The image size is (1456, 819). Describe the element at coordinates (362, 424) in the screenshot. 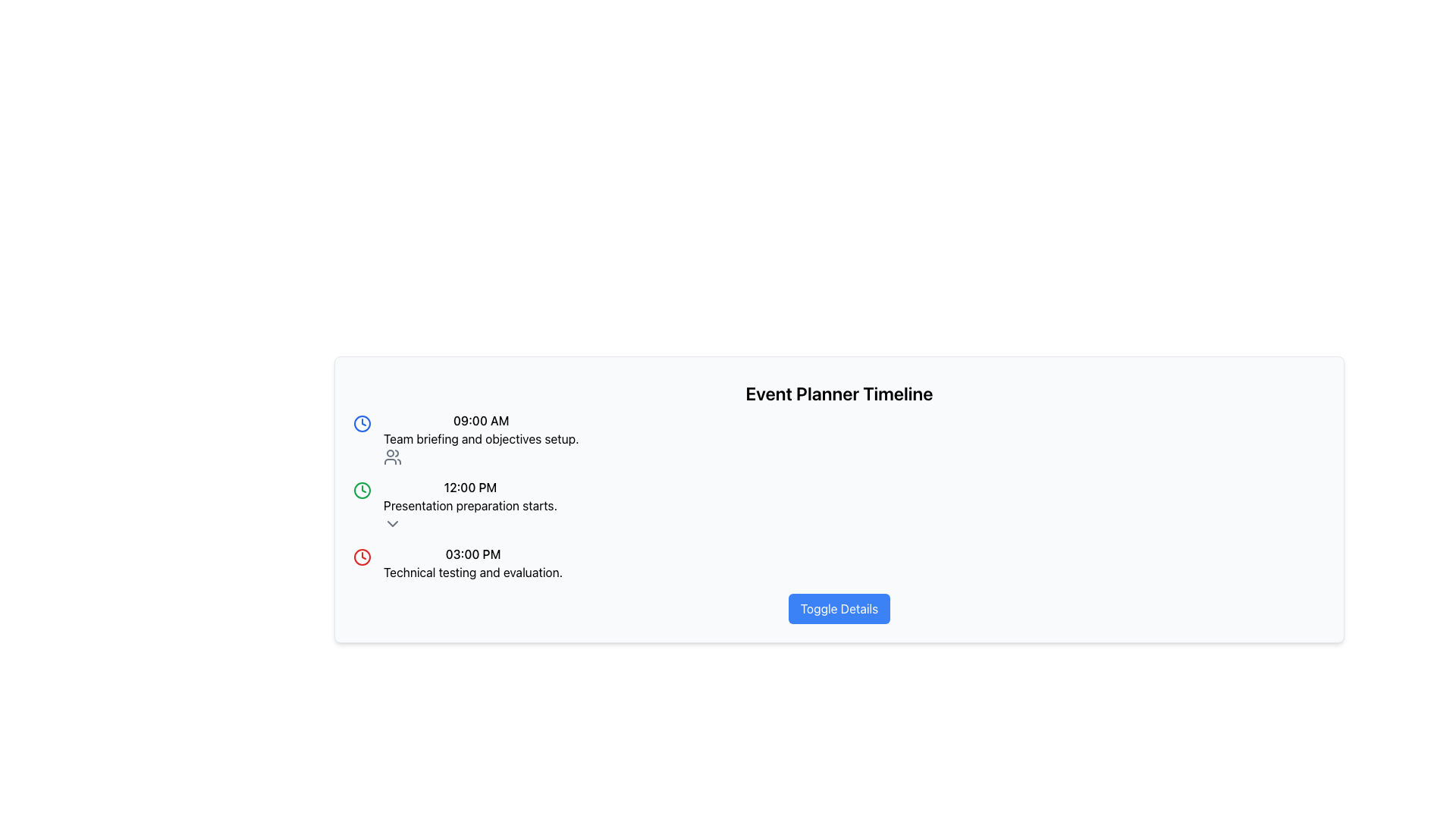

I see `the outer circular component of the clock icon located to the left of the '12:00 PM Presentation preparation starts' text in the timeline section` at that location.